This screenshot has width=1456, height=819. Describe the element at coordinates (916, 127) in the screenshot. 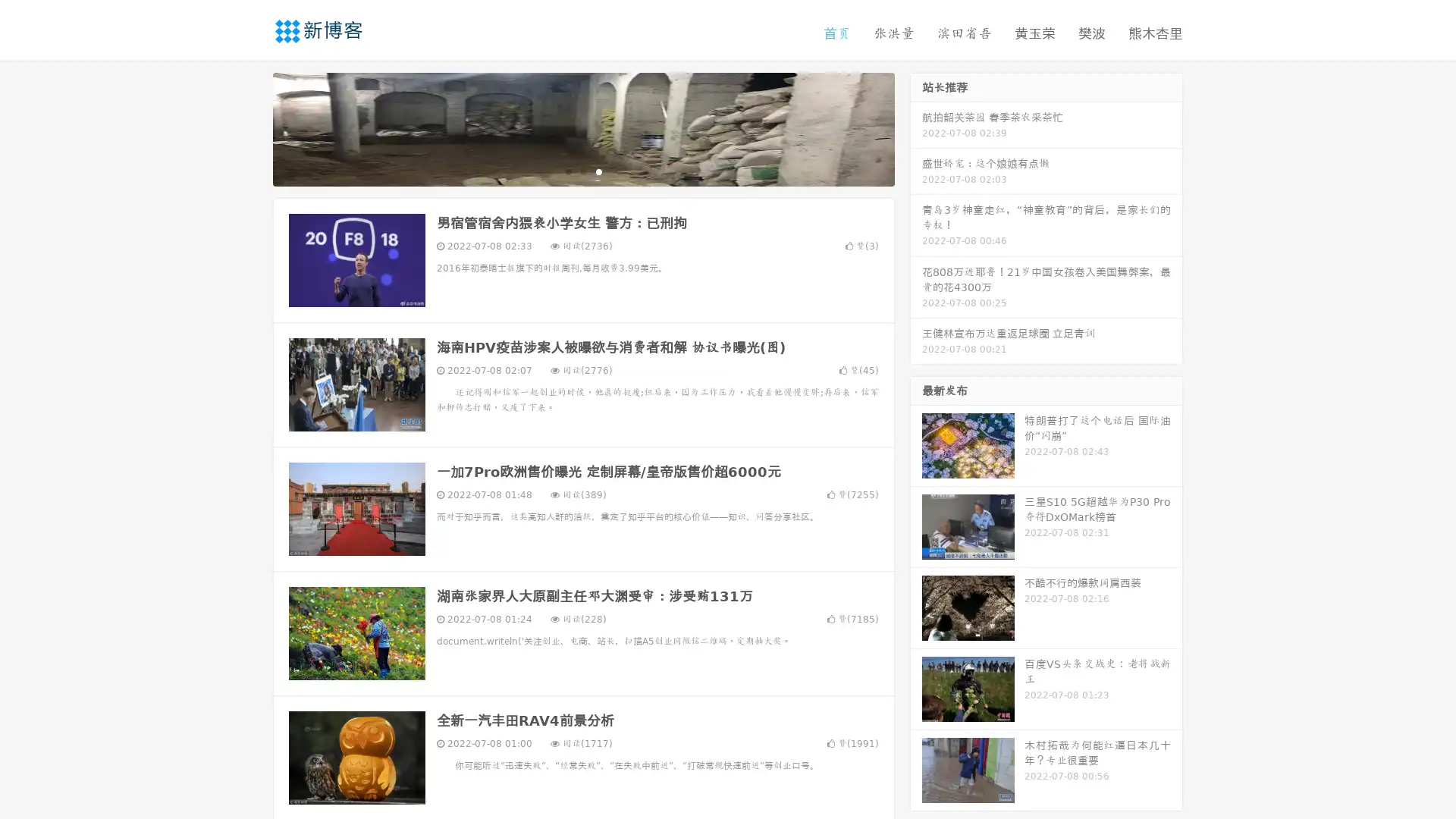

I see `Next slide` at that location.